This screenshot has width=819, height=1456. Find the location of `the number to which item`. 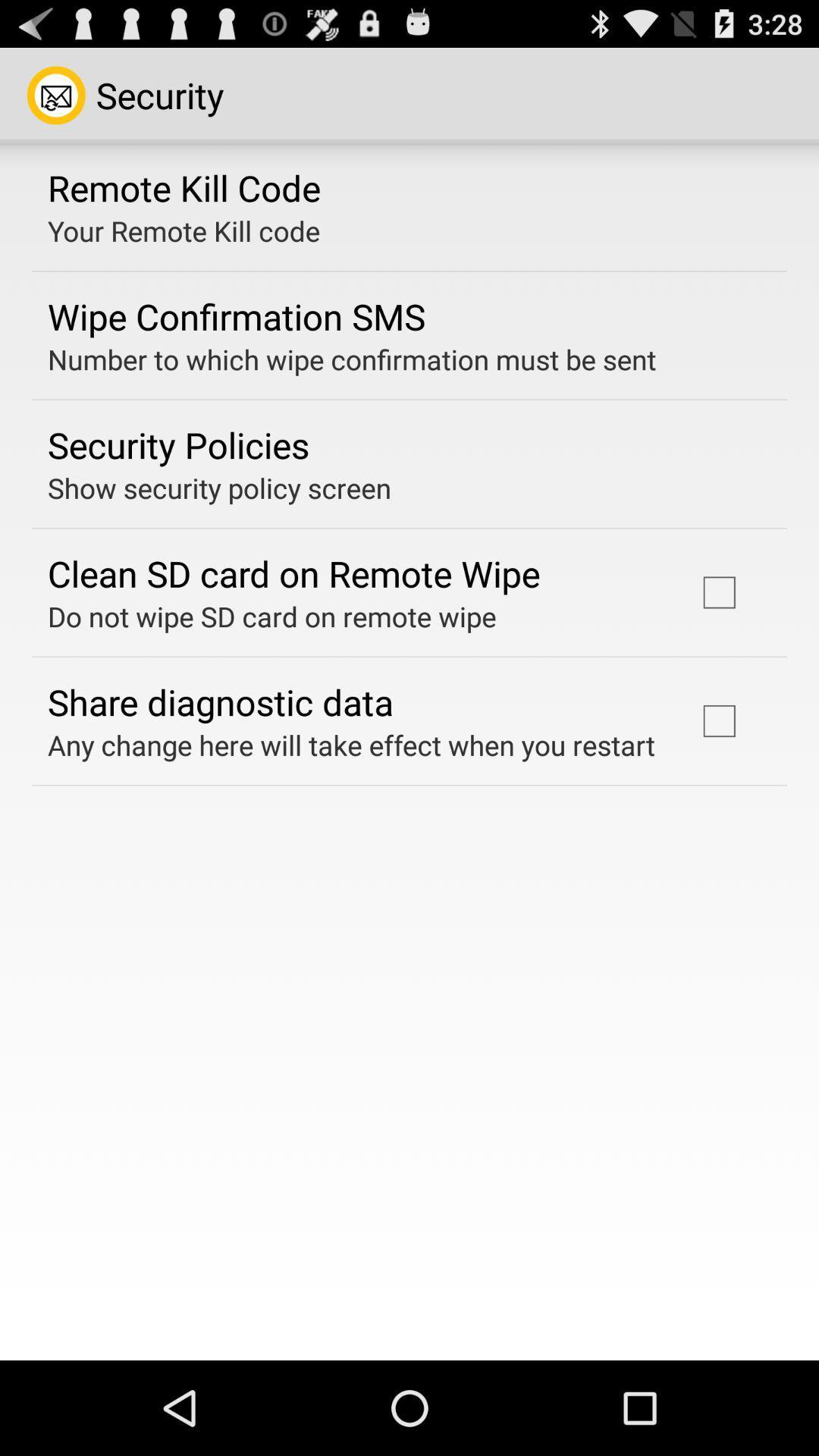

the number to which item is located at coordinates (352, 359).